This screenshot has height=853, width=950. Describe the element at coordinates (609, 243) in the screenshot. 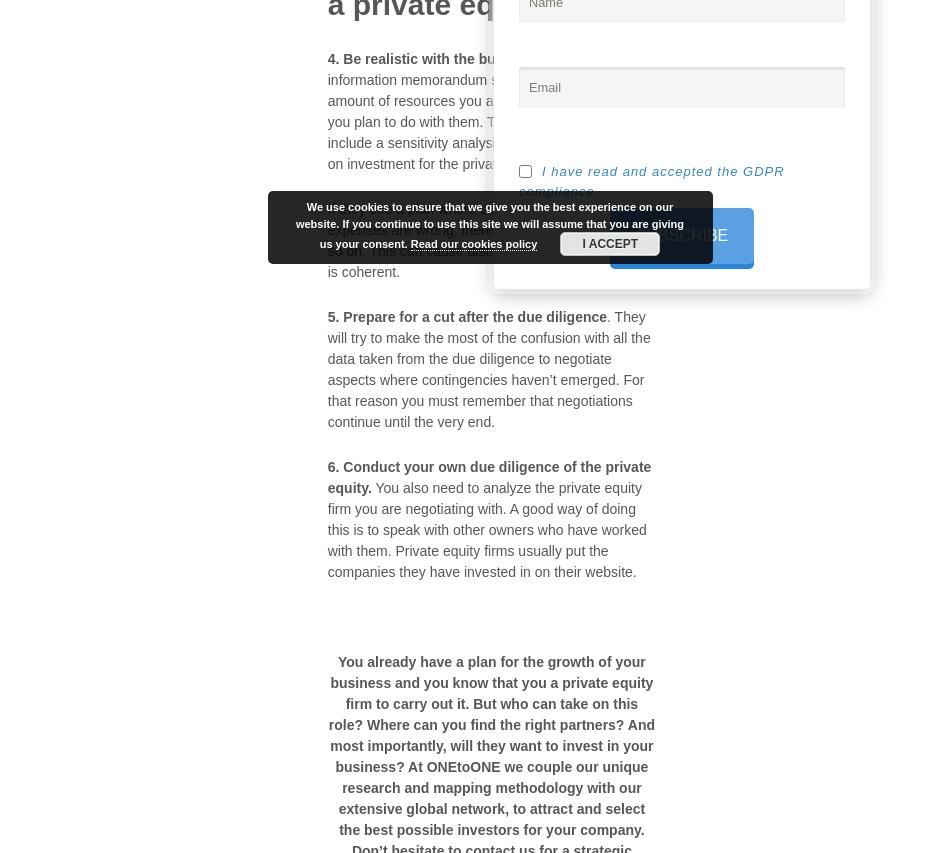

I see `'I ACCEPT'` at that location.